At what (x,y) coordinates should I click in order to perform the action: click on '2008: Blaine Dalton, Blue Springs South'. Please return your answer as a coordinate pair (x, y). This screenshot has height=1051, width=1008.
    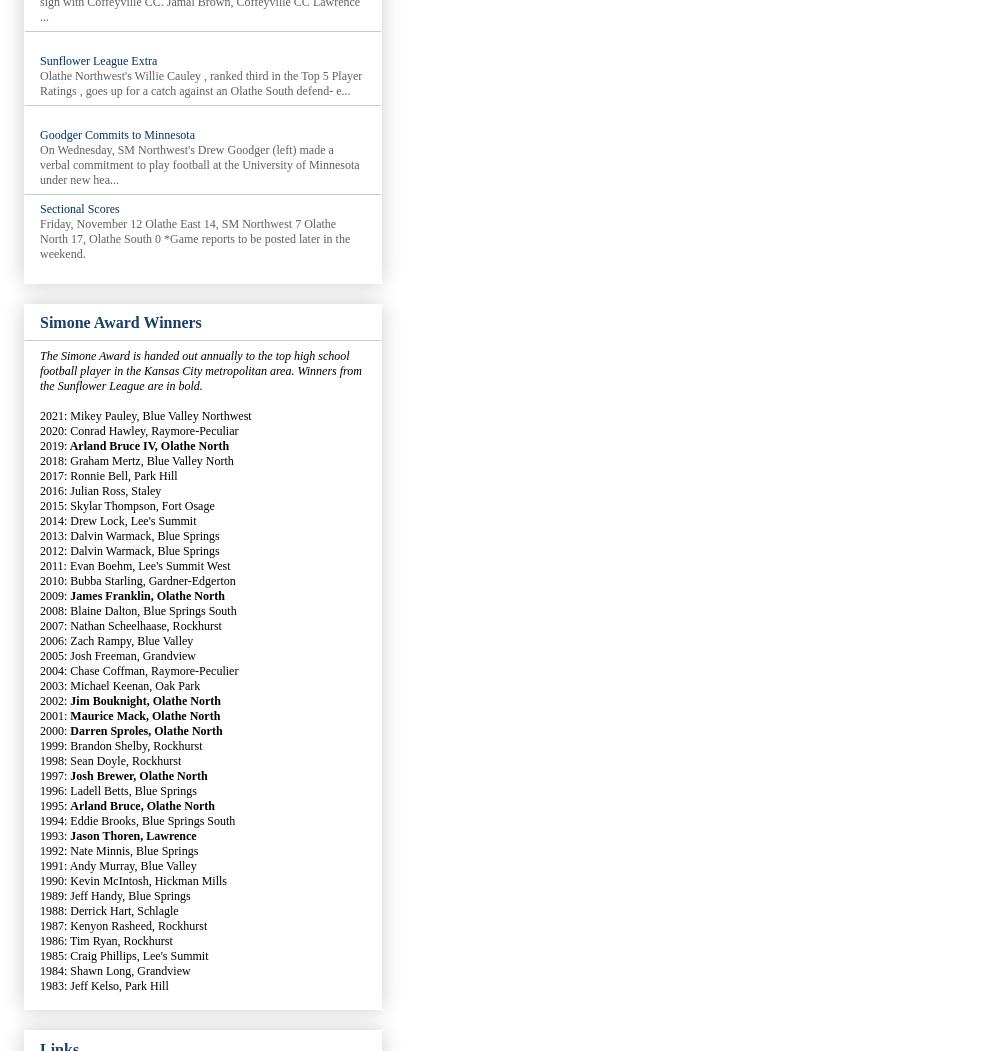
    Looking at the image, I should click on (137, 610).